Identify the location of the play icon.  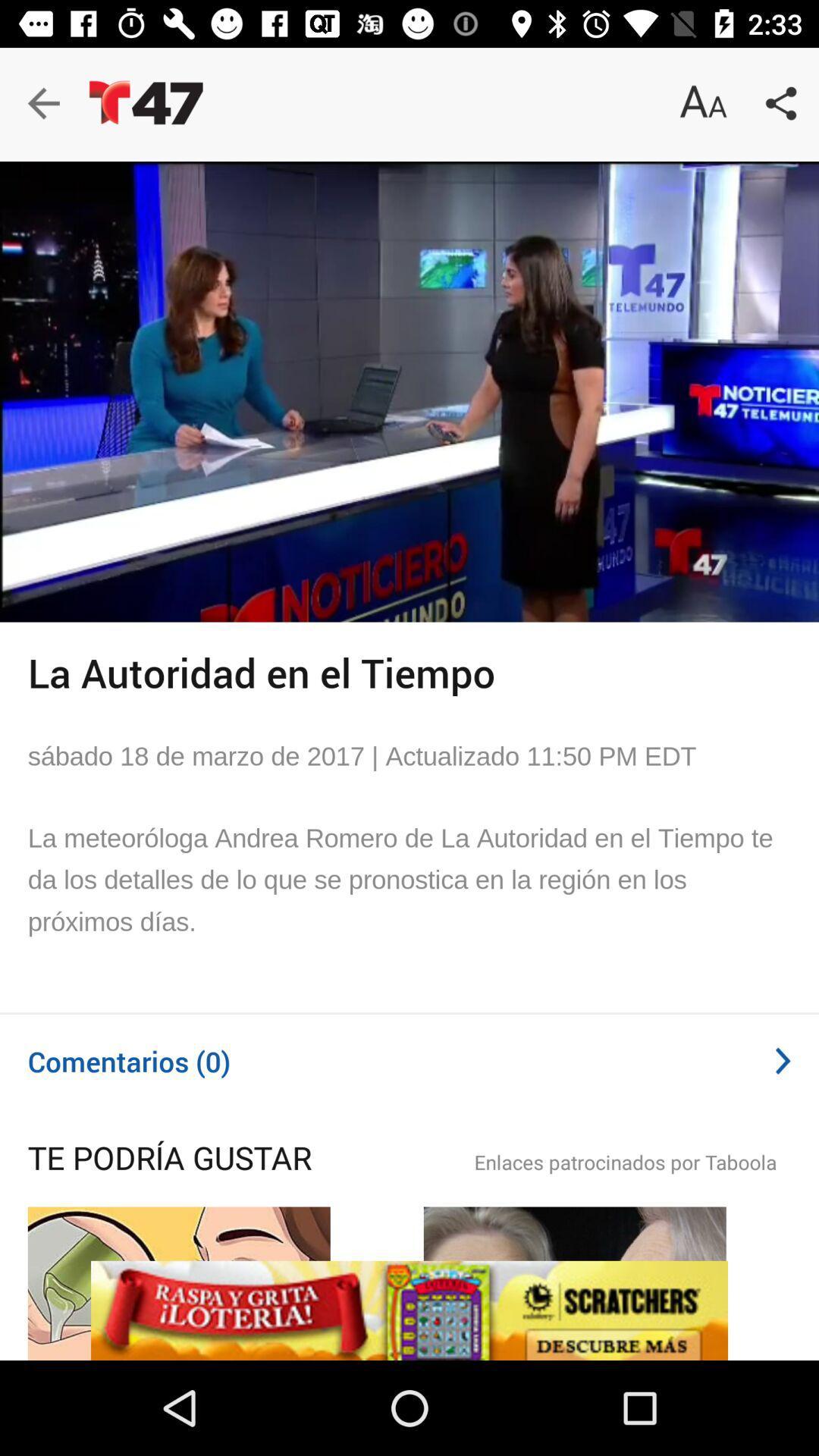
(61, 579).